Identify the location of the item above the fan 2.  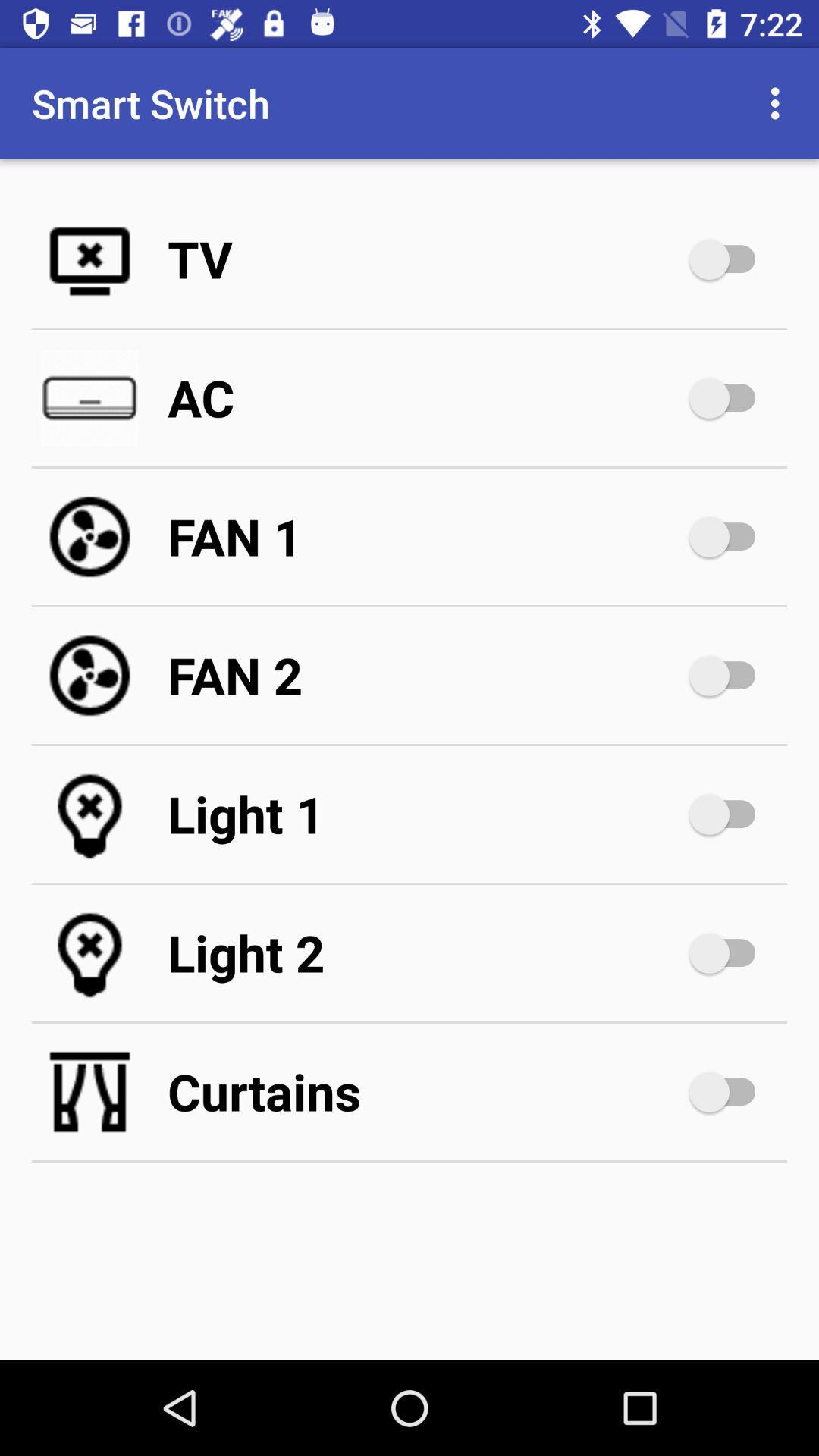
(425, 537).